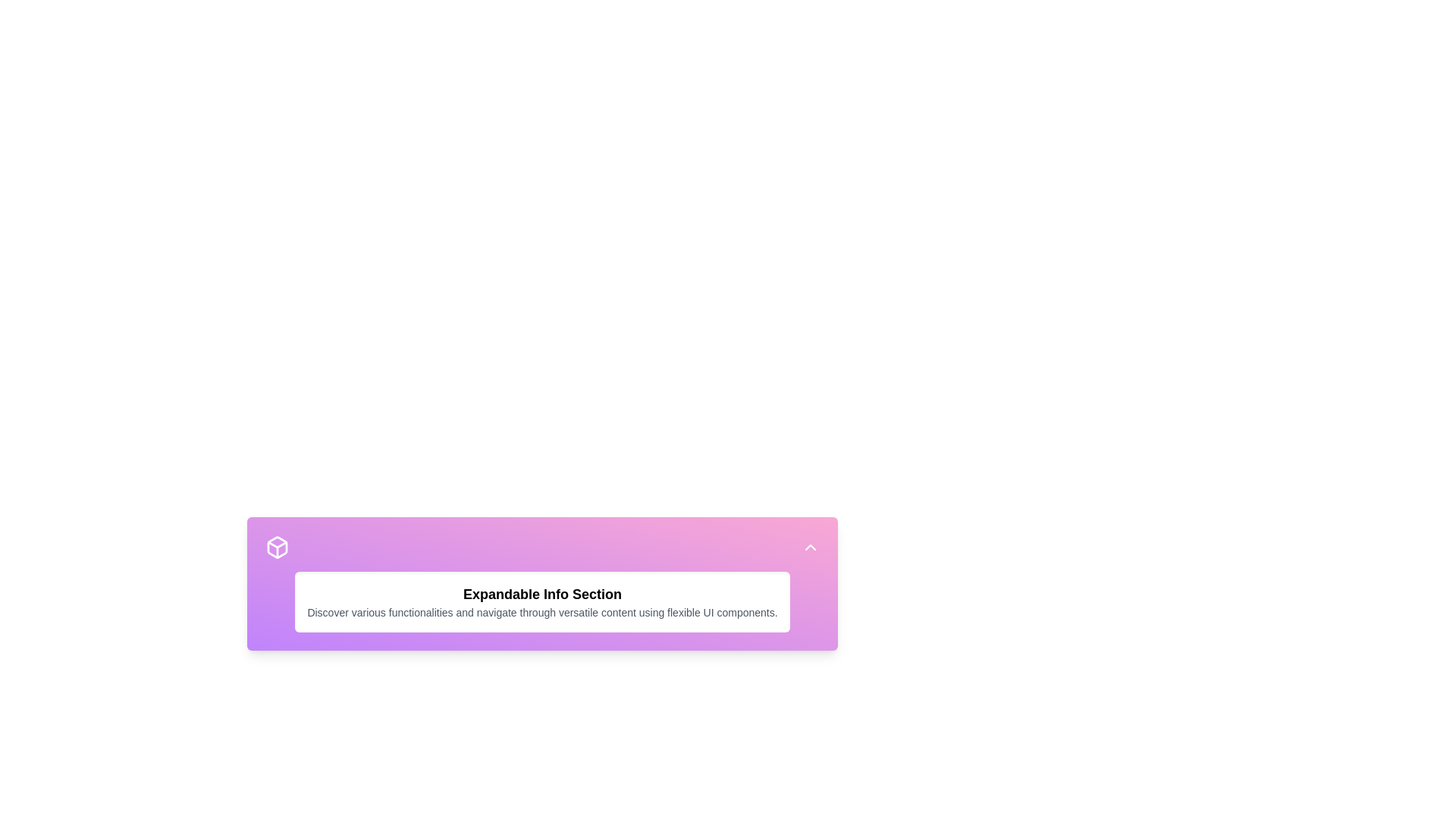 This screenshot has width=1456, height=819. What do you see at coordinates (277, 547) in the screenshot?
I see `the 3D box icon located in the top-left corner of the purple gradient-filled section of the expandable information card` at bounding box center [277, 547].